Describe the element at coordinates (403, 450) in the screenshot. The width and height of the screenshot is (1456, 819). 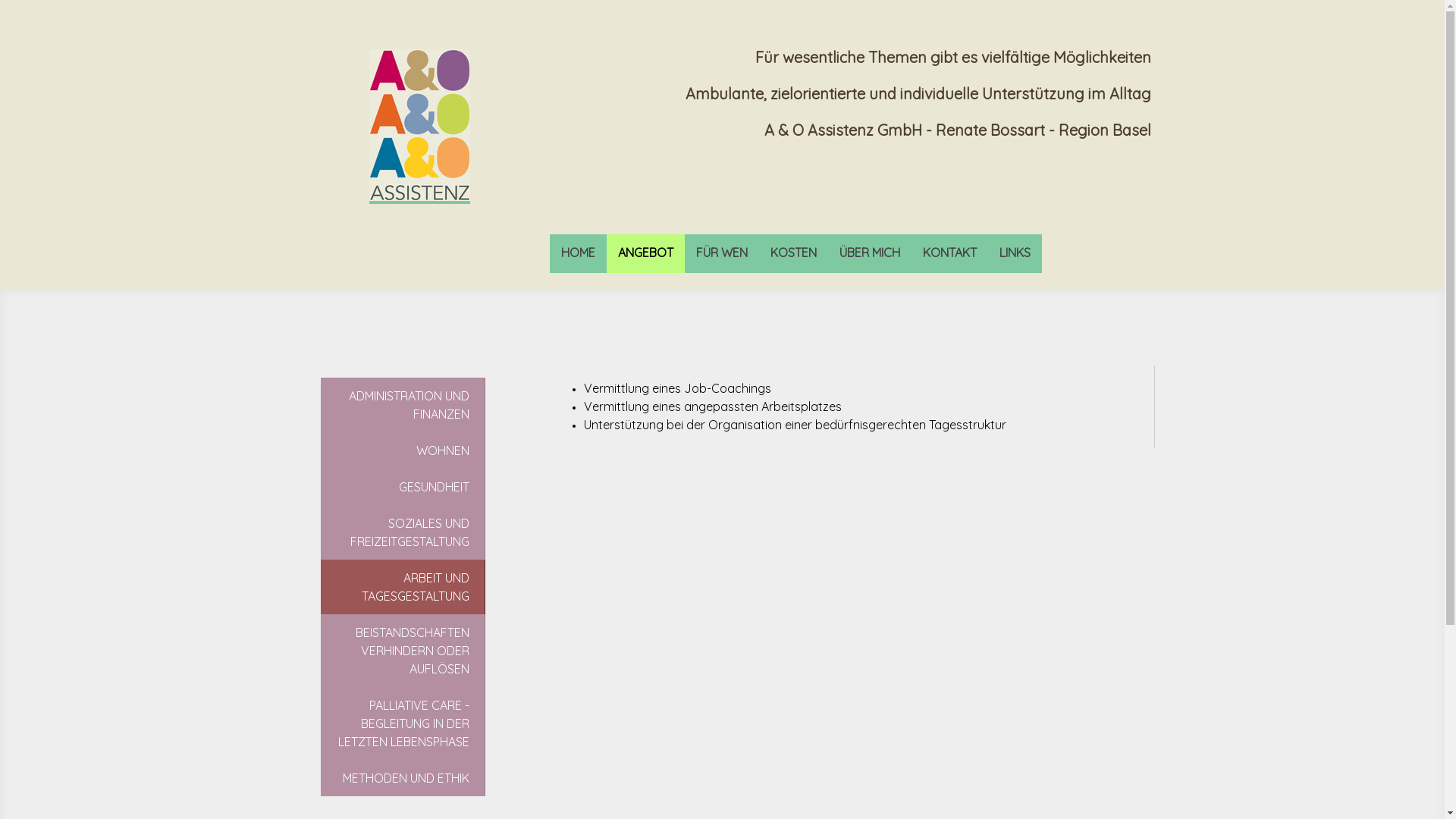
I see `'WOHNEN'` at that location.